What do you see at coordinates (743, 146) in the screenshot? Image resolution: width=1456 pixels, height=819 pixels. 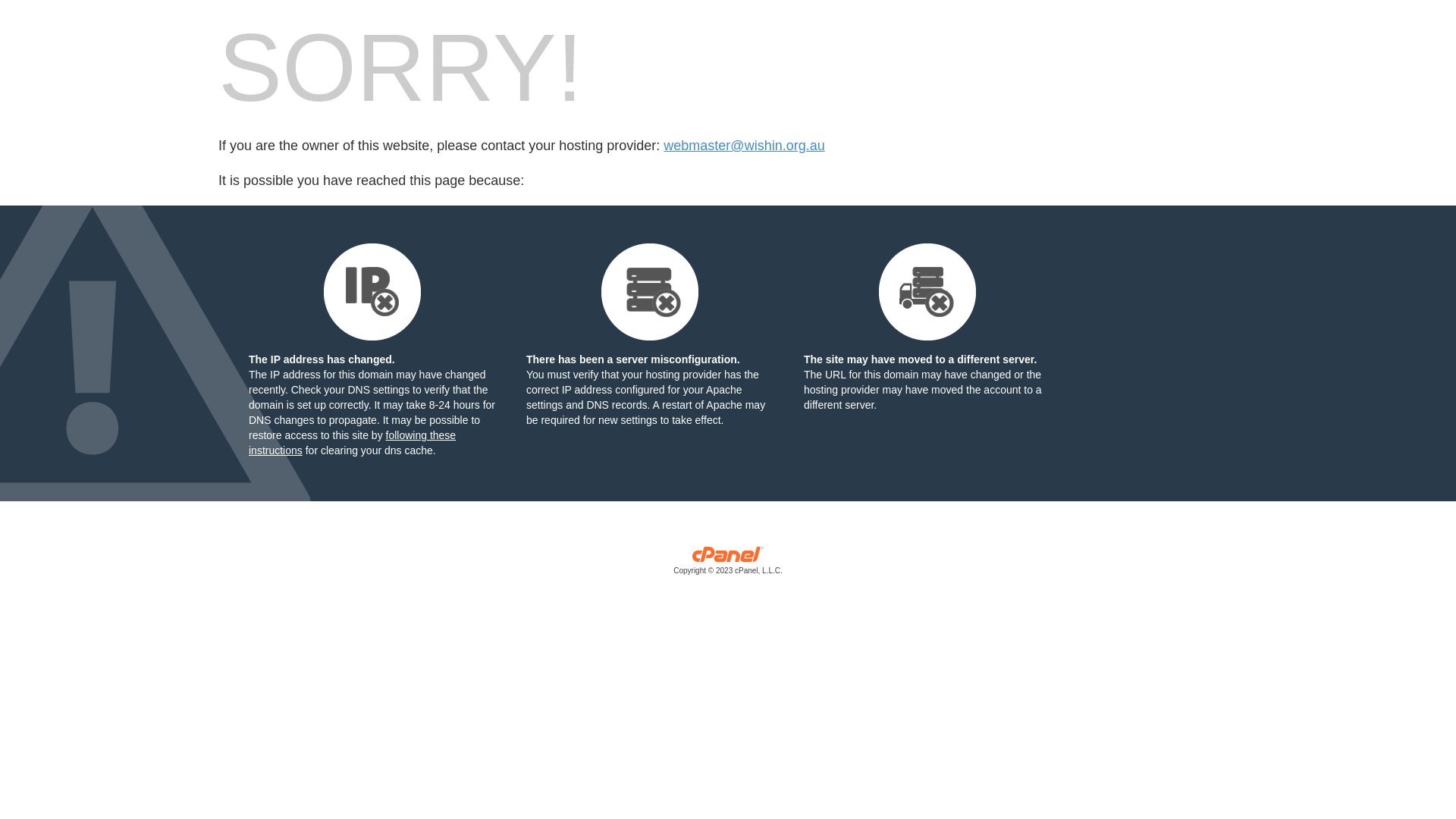 I see `'webmaster@wishin.org.au'` at bounding box center [743, 146].